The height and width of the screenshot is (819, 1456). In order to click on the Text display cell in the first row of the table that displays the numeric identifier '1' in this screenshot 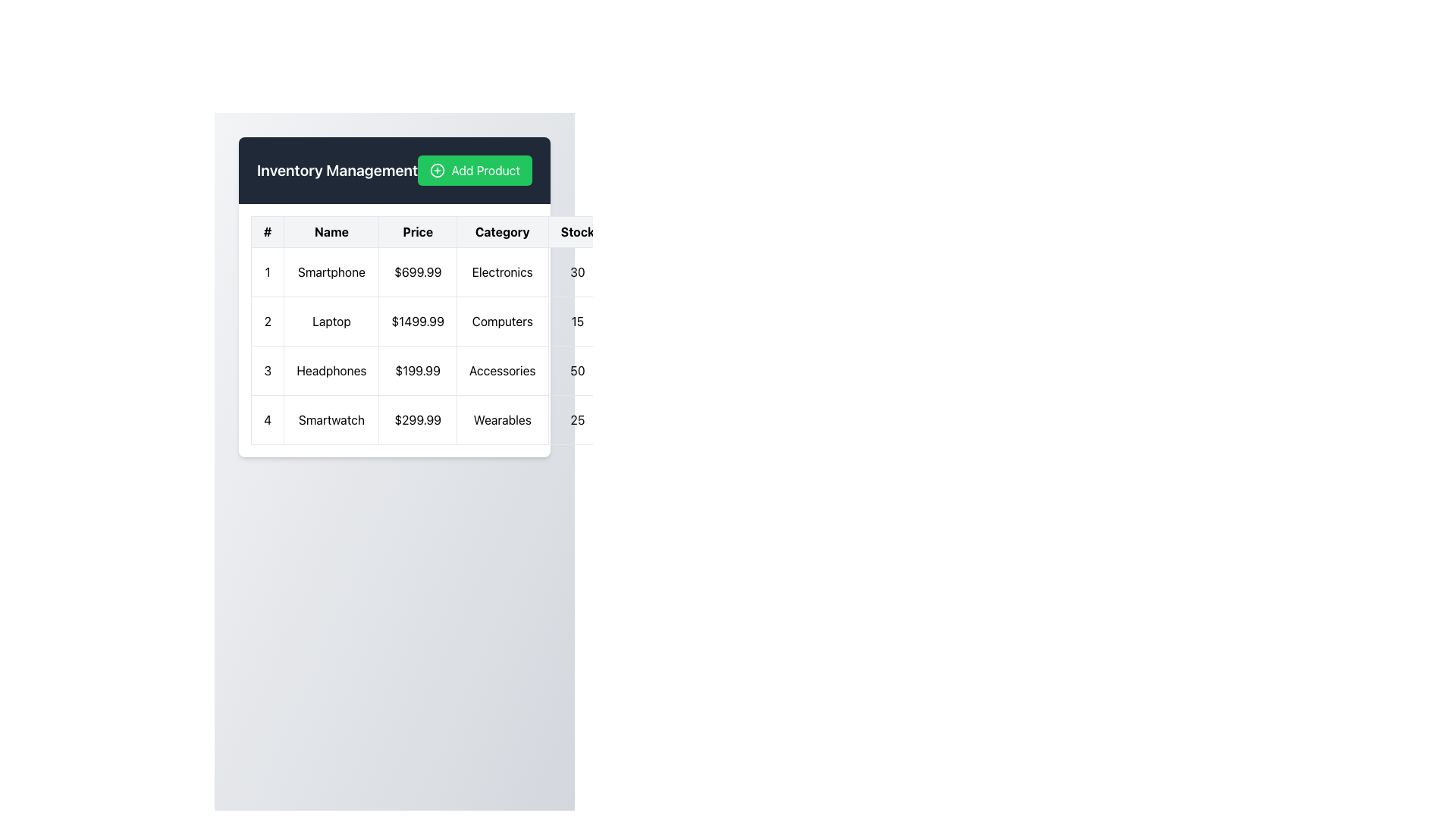, I will do `click(268, 271)`.